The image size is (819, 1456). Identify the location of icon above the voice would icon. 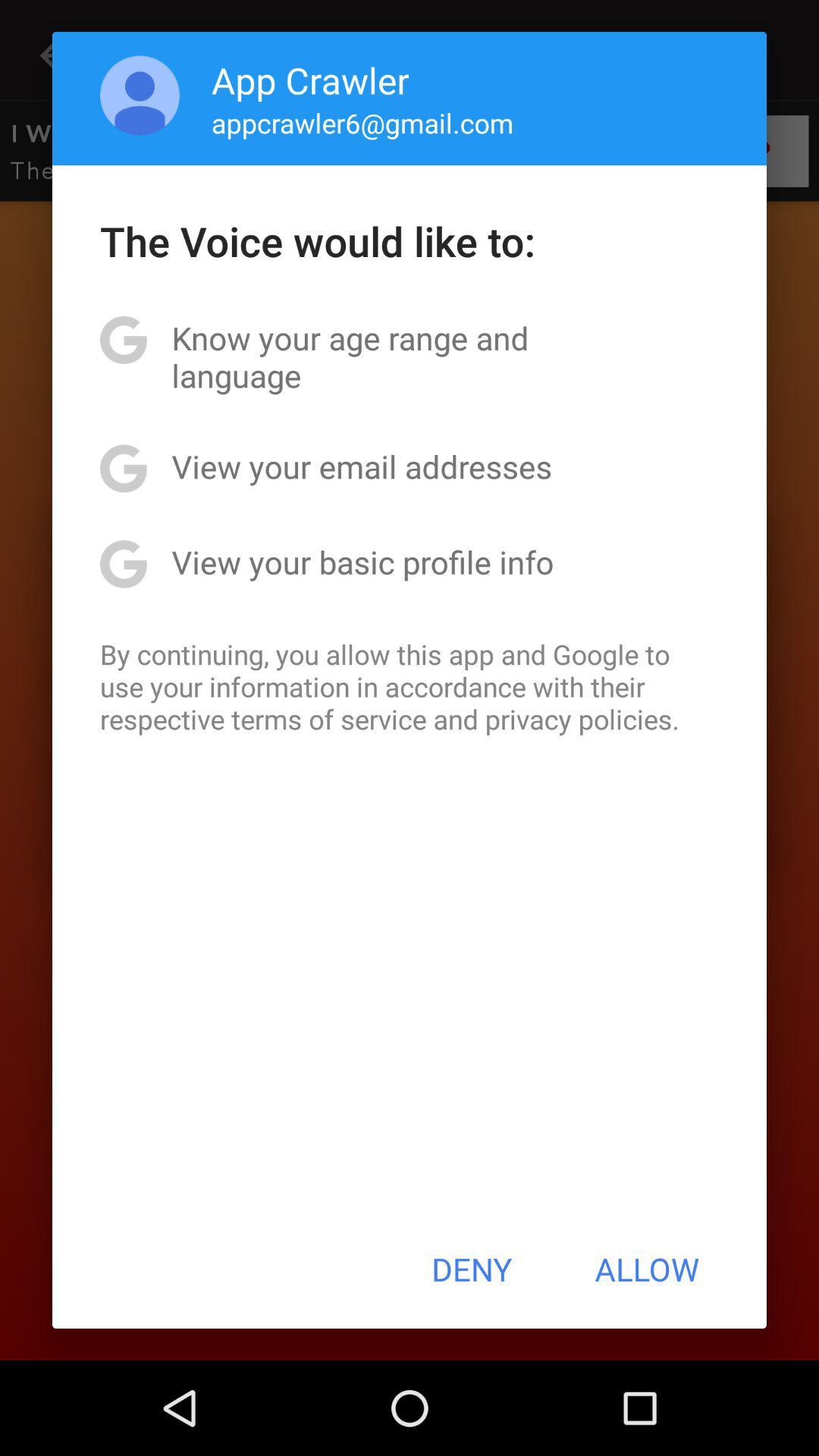
(362, 123).